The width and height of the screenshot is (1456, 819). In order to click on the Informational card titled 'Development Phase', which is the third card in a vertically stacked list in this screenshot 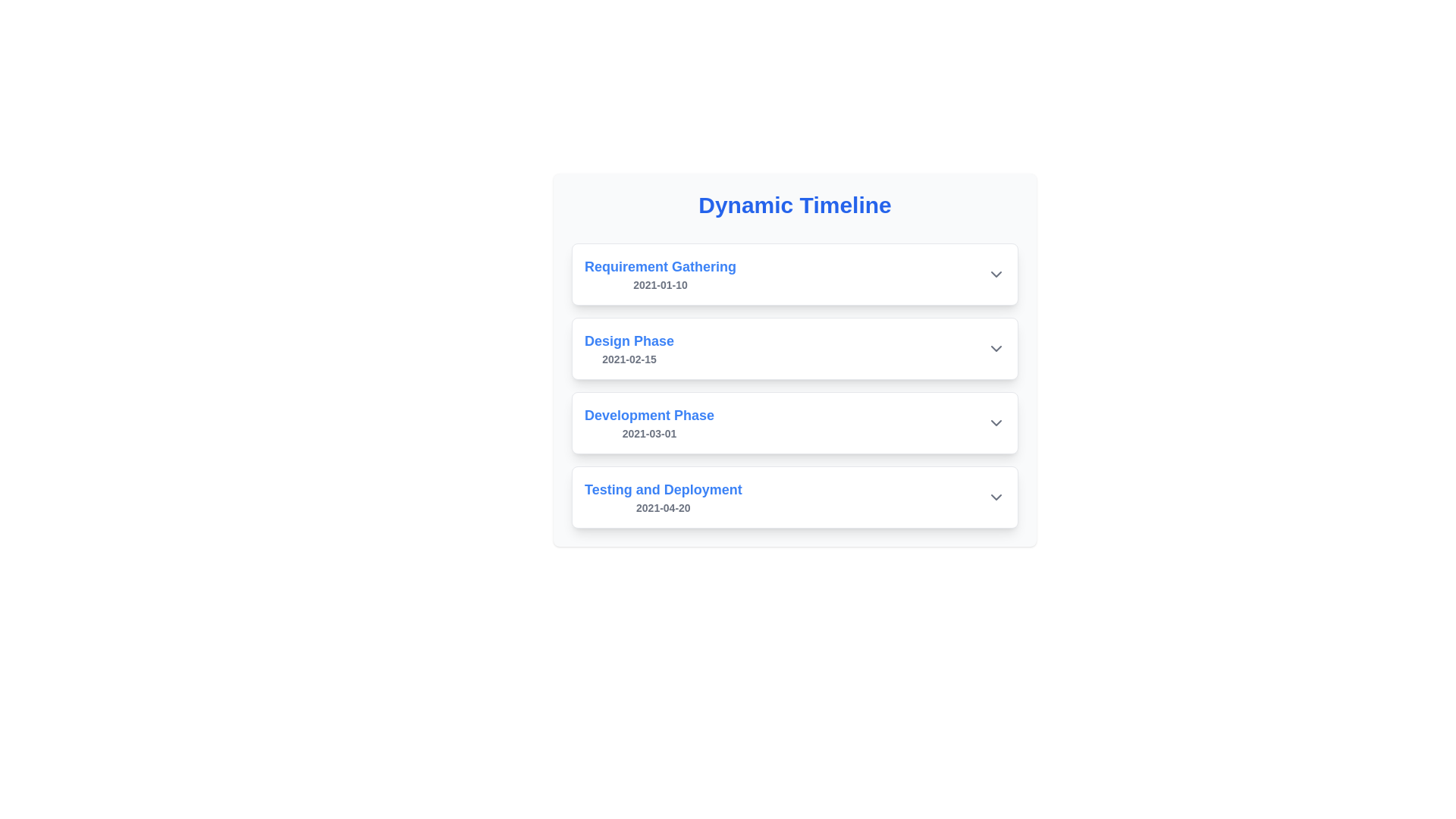, I will do `click(794, 423)`.